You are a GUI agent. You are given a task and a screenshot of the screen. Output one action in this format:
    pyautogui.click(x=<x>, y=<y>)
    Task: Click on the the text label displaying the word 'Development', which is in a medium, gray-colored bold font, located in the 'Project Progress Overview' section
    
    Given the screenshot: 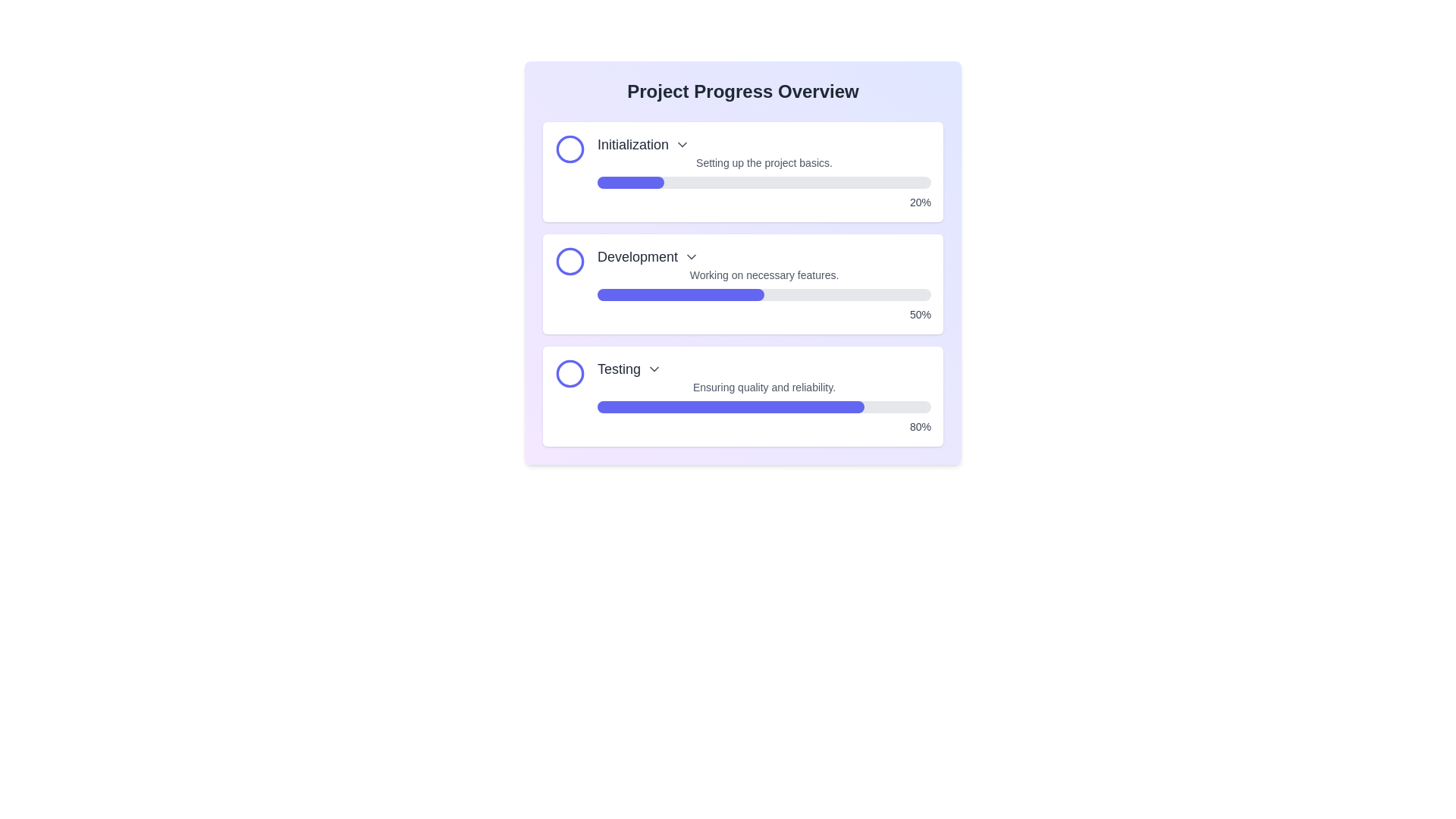 What is the action you would take?
    pyautogui.click(x=637, y=256)
    